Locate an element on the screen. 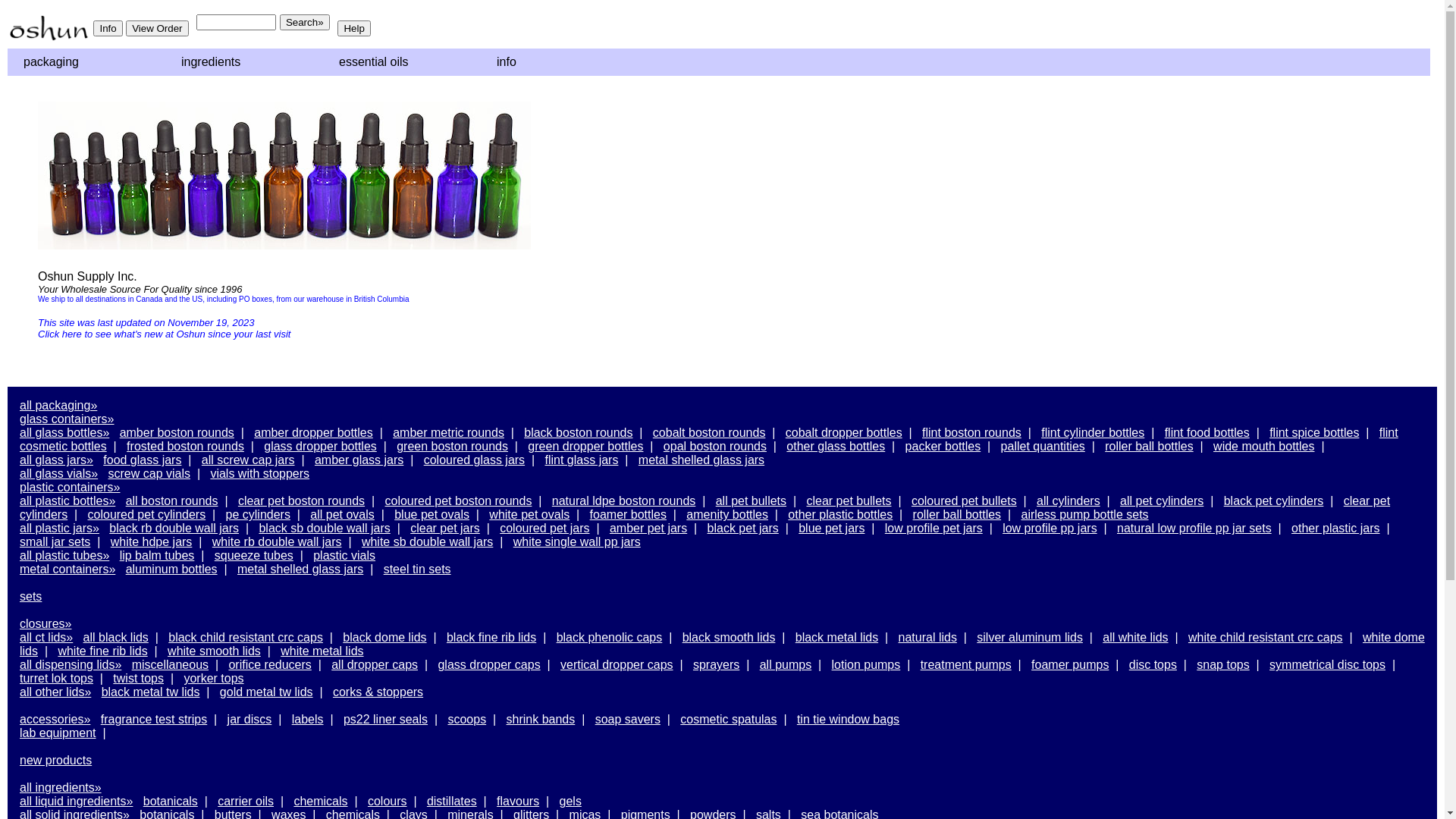  'Info' is located at coordinates (93, 28).